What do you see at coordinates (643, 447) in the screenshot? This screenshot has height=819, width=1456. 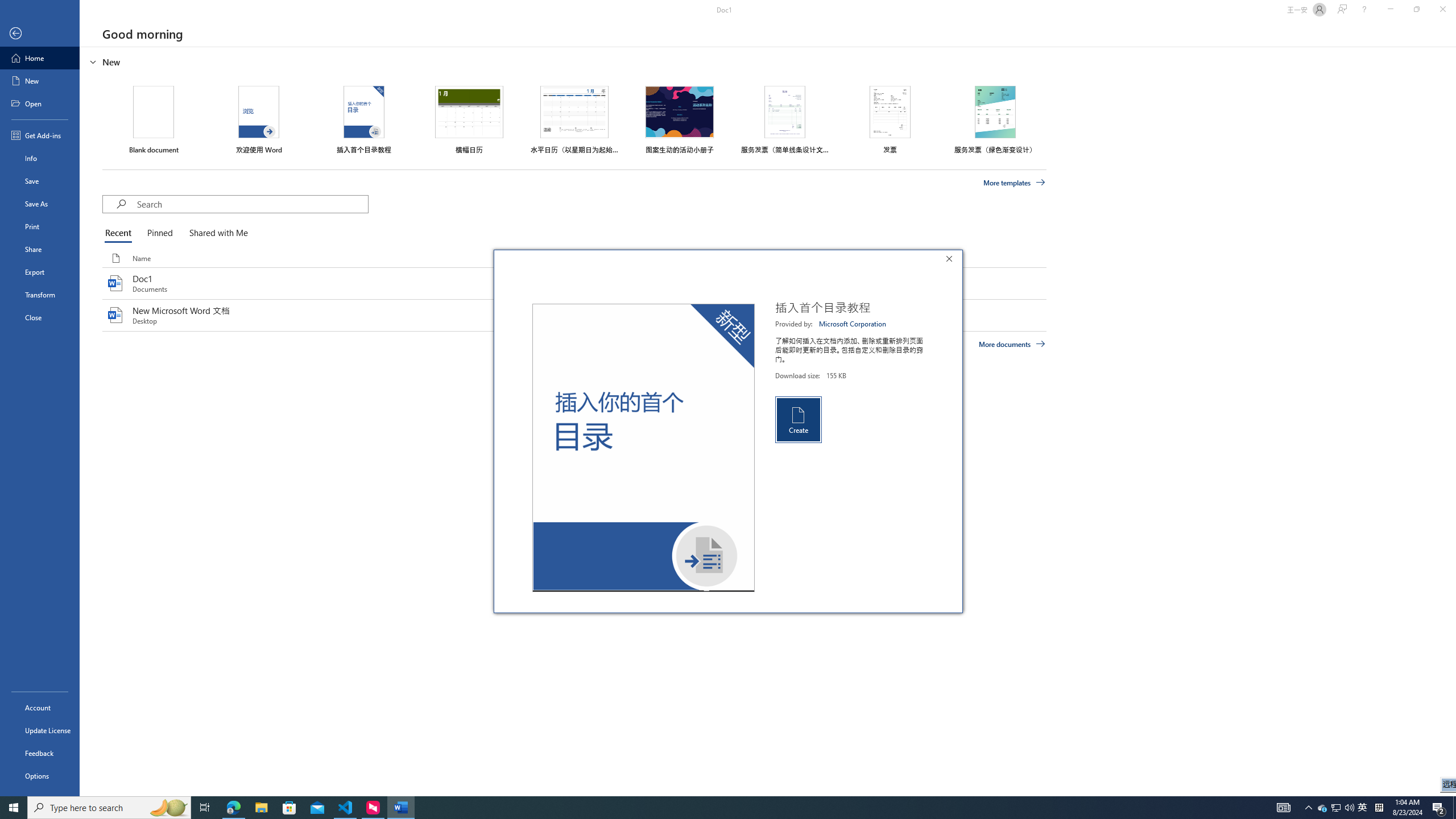 I see `'Preview'` at bounding box center [643, 447].